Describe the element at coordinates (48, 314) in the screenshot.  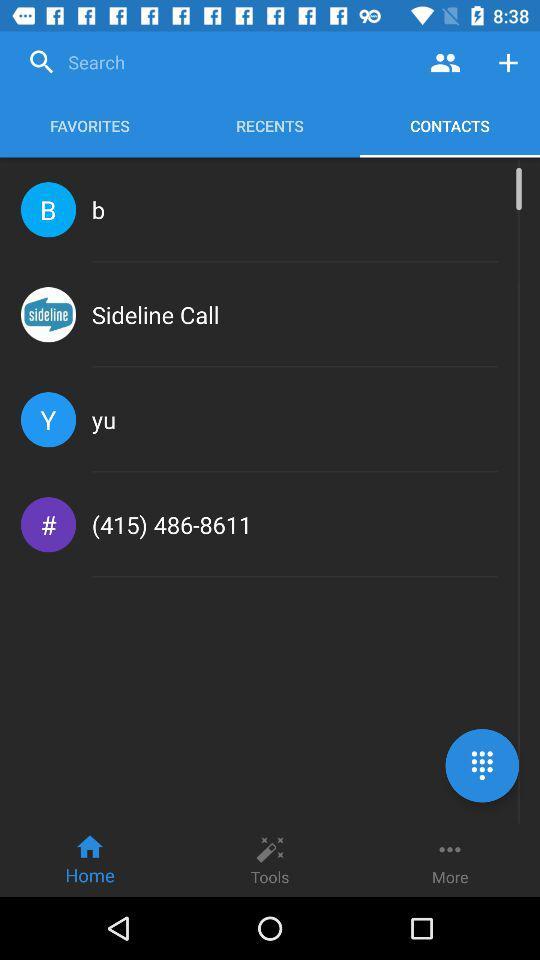
I see `icon next to sideline call icon` at that location.